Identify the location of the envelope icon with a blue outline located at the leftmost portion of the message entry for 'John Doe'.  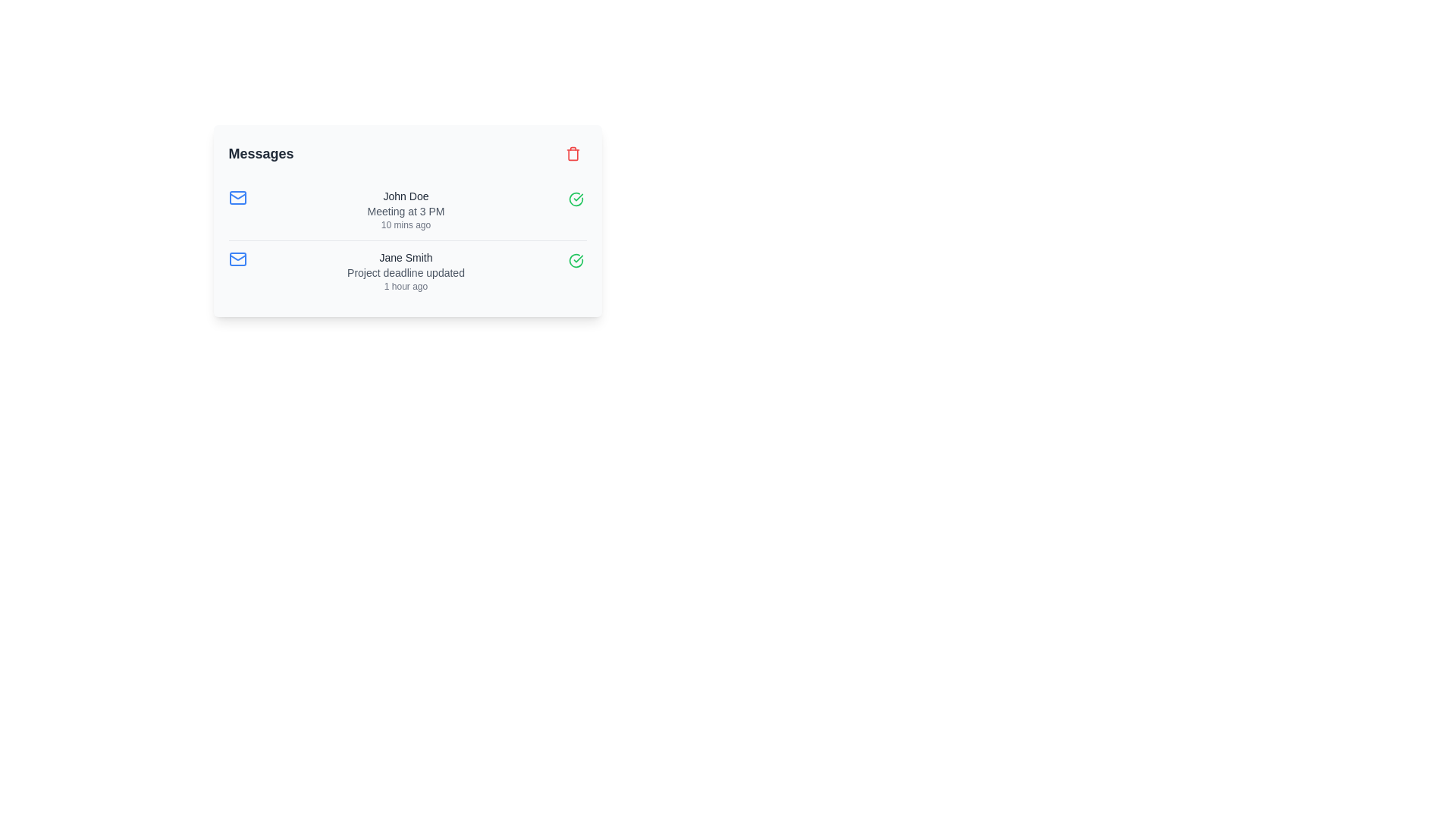
(237, 197).